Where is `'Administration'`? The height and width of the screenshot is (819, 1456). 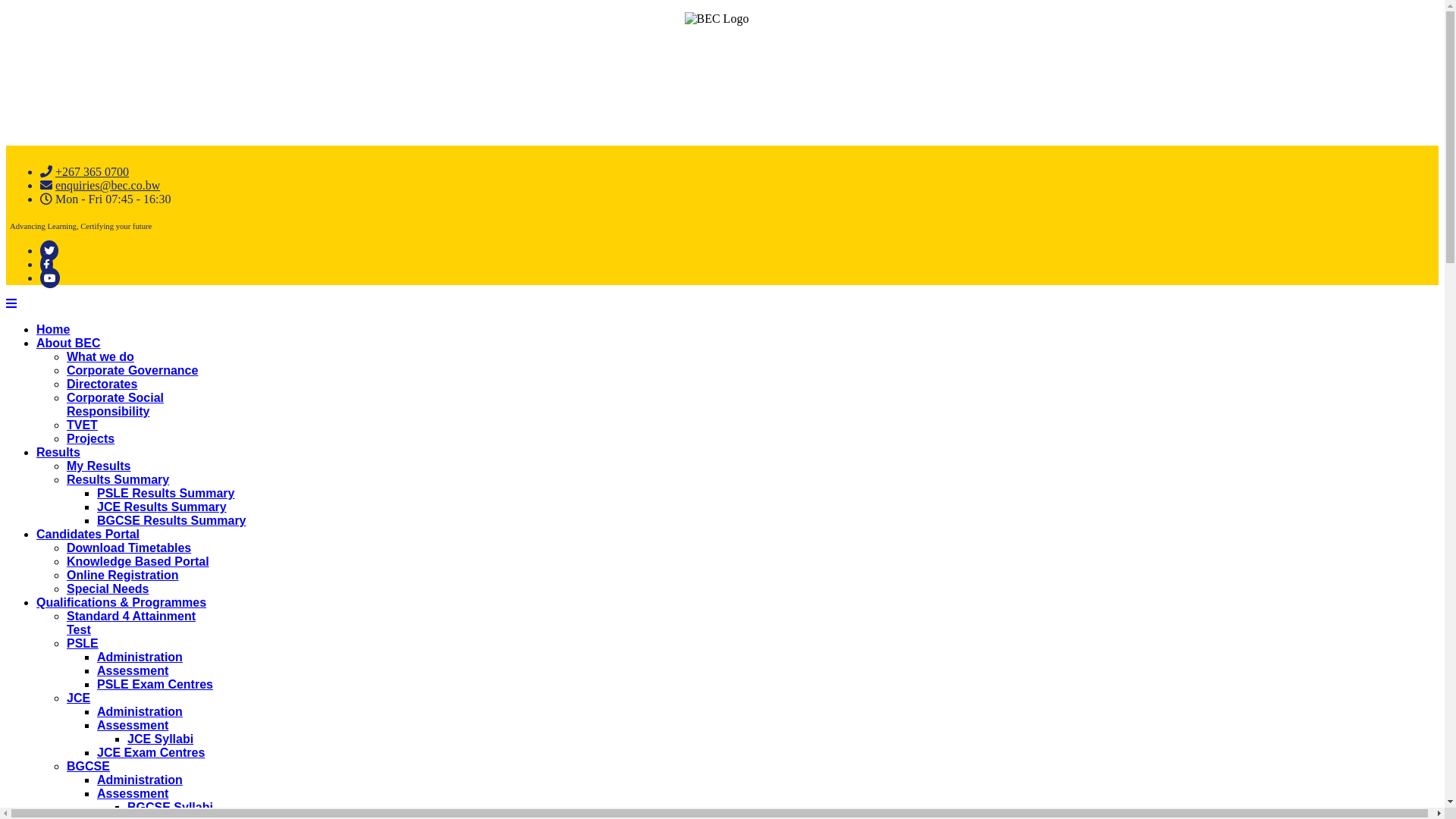
'Administration' is located at coordinates (96, 656).